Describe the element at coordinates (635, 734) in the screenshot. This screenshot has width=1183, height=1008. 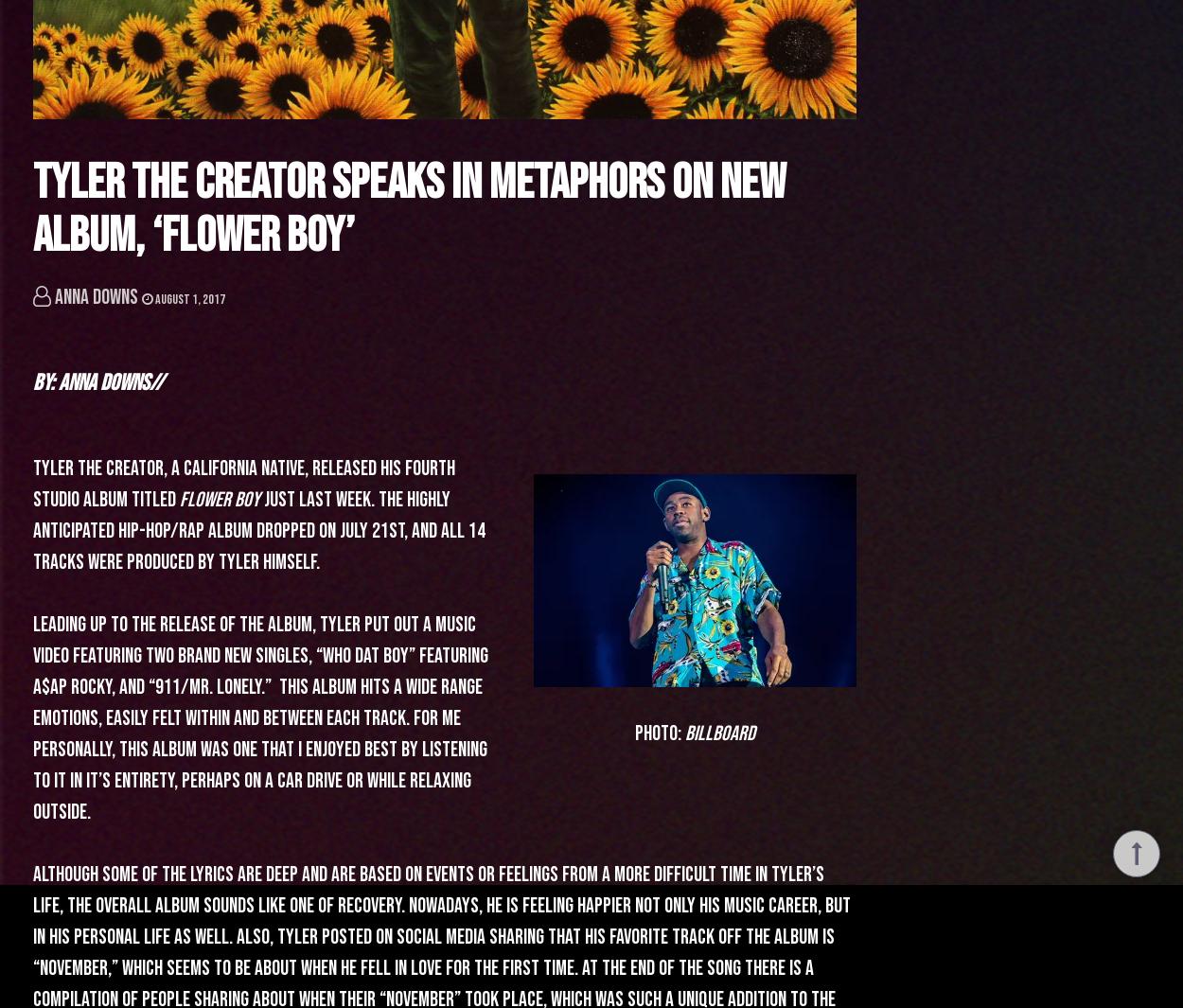
I see `'Photo:'` at that location.